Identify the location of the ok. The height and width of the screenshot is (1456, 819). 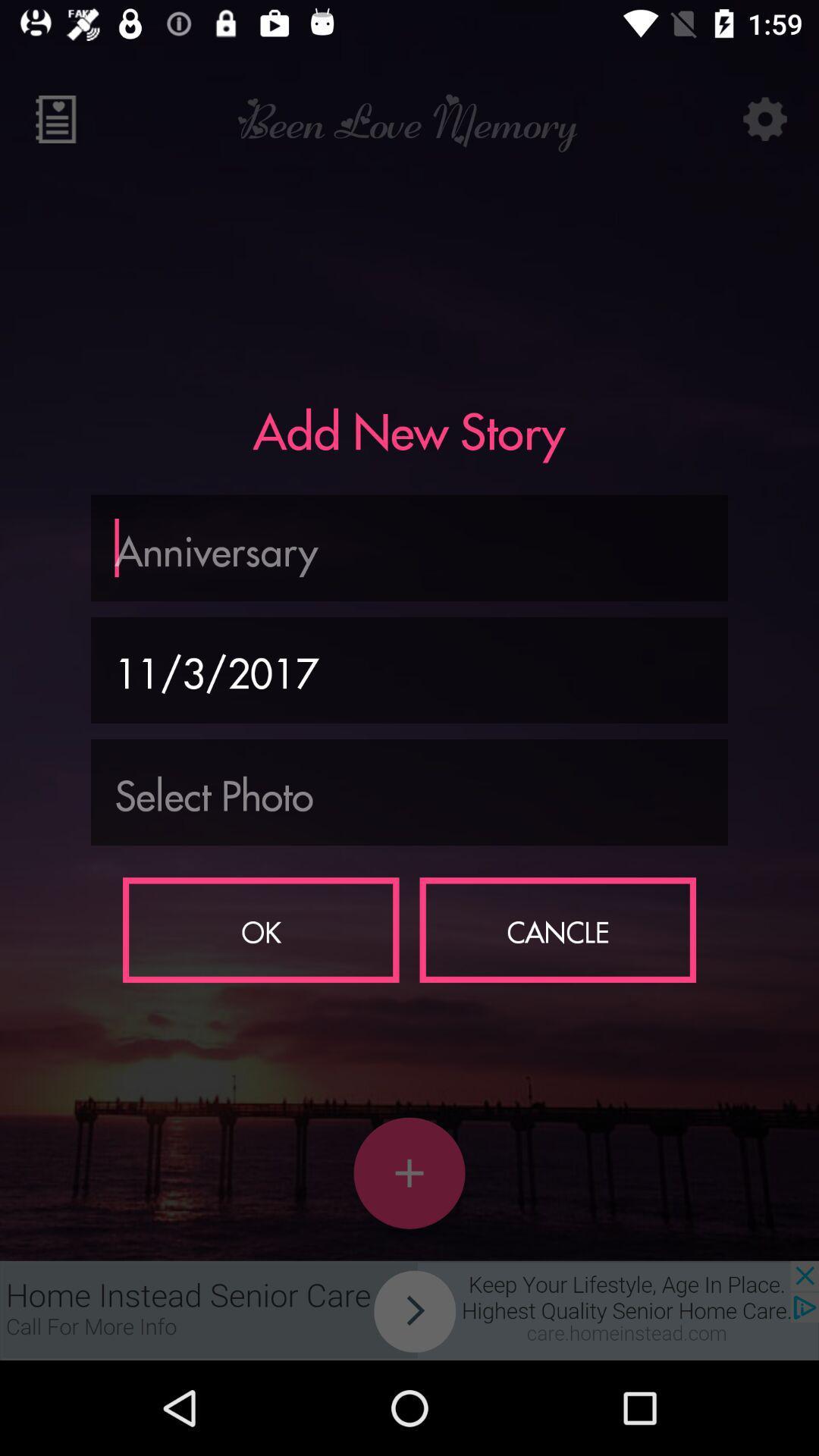
(260, 929).